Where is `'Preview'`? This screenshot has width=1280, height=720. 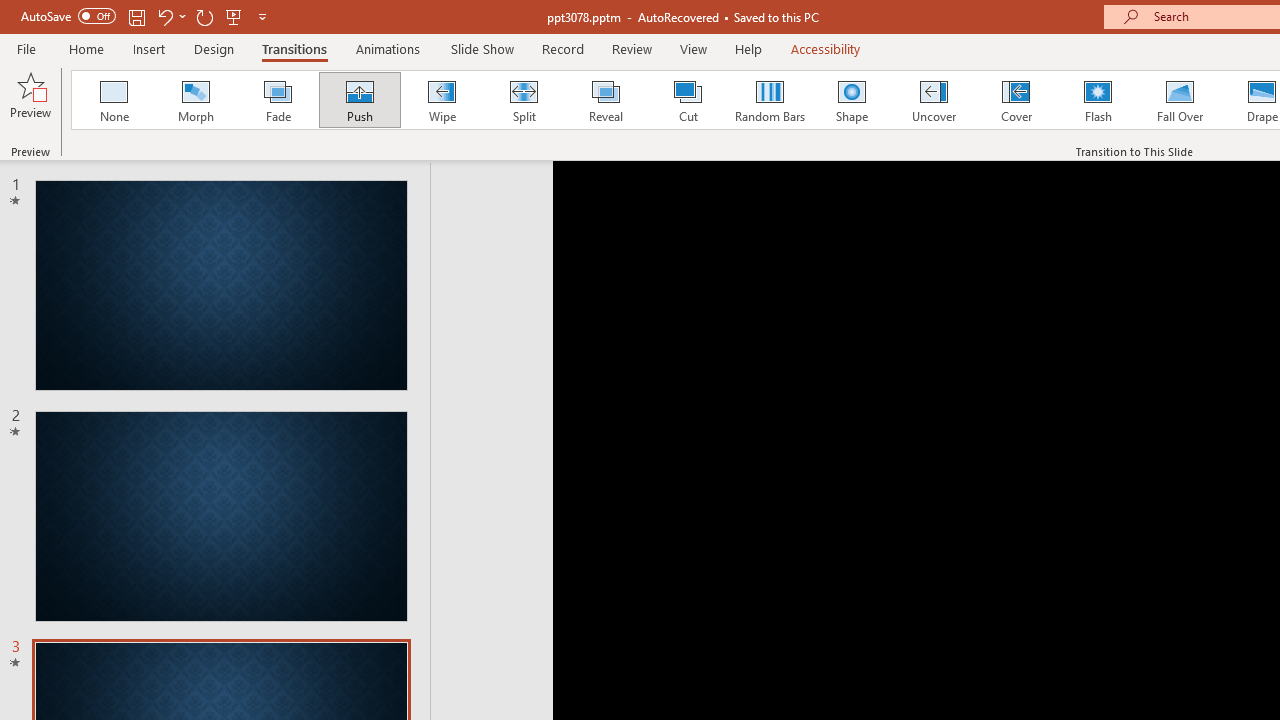 'Preview' is located at coordinates (30, 103).